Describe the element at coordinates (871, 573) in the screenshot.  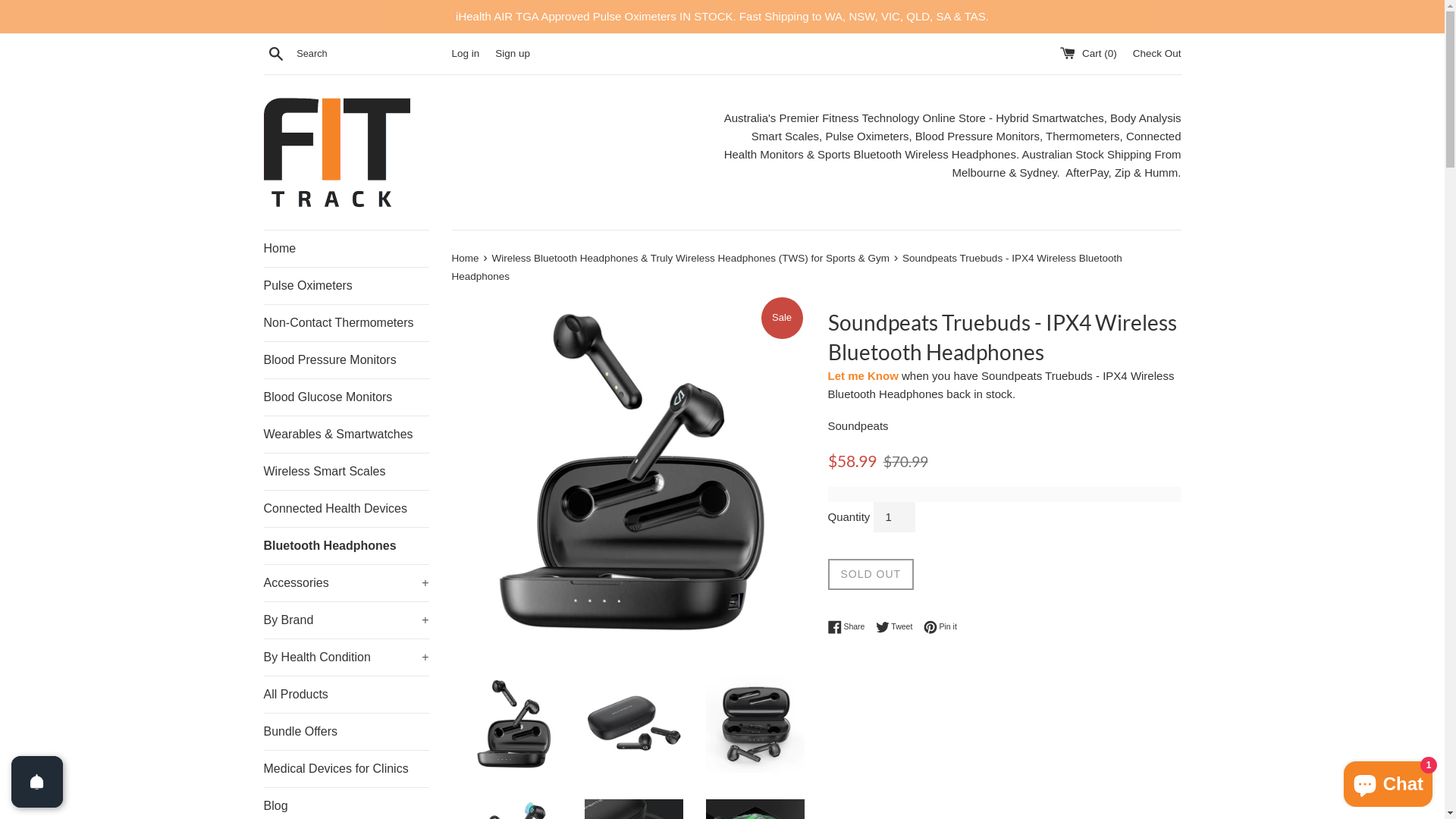
I see `'SOLD OUT'` at that location.